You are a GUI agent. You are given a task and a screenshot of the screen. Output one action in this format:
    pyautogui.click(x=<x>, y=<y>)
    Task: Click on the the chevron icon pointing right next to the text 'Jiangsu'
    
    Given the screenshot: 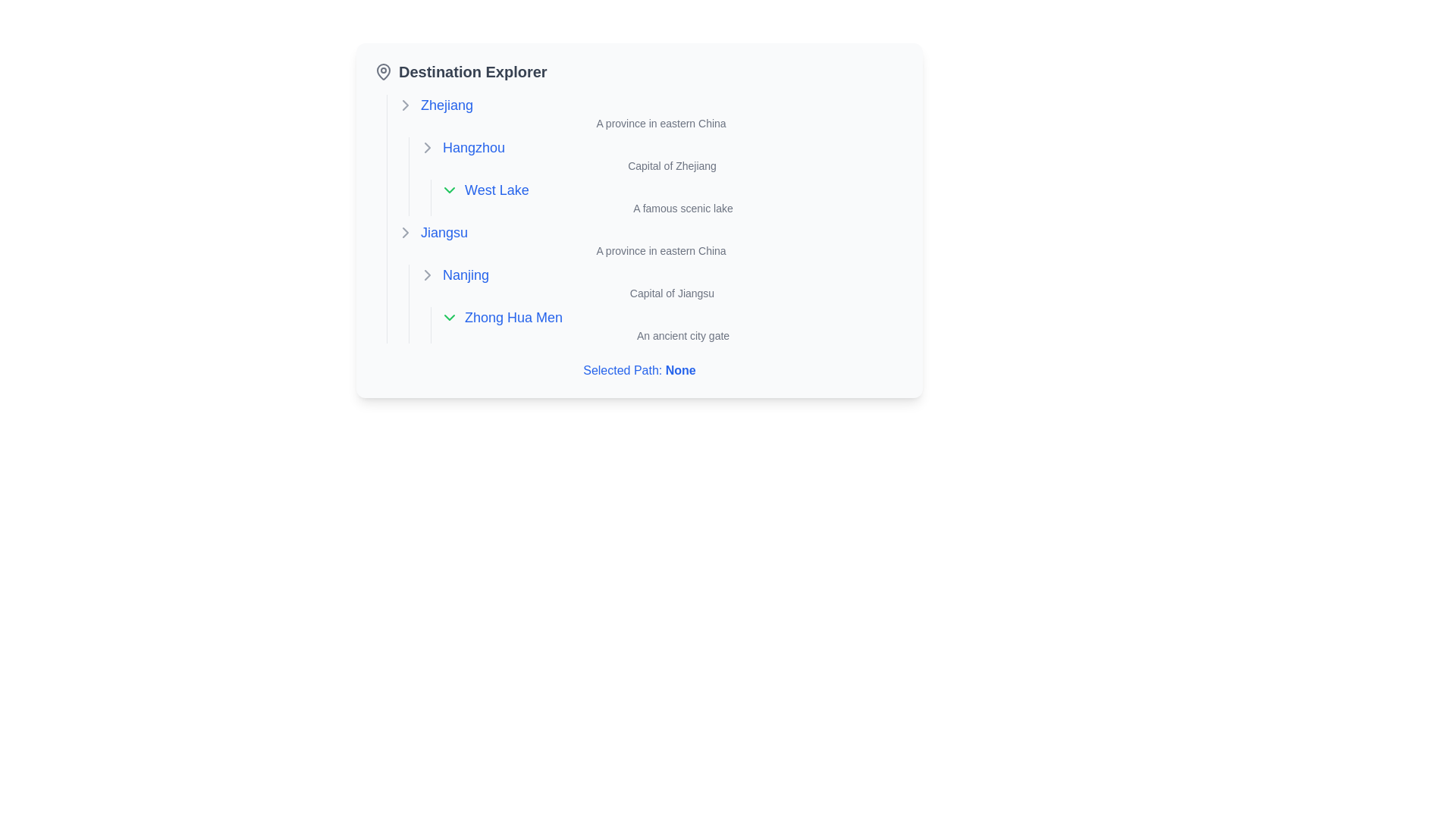 What is the action you would take?
    pyautogui.click(x=405, y=233)
    